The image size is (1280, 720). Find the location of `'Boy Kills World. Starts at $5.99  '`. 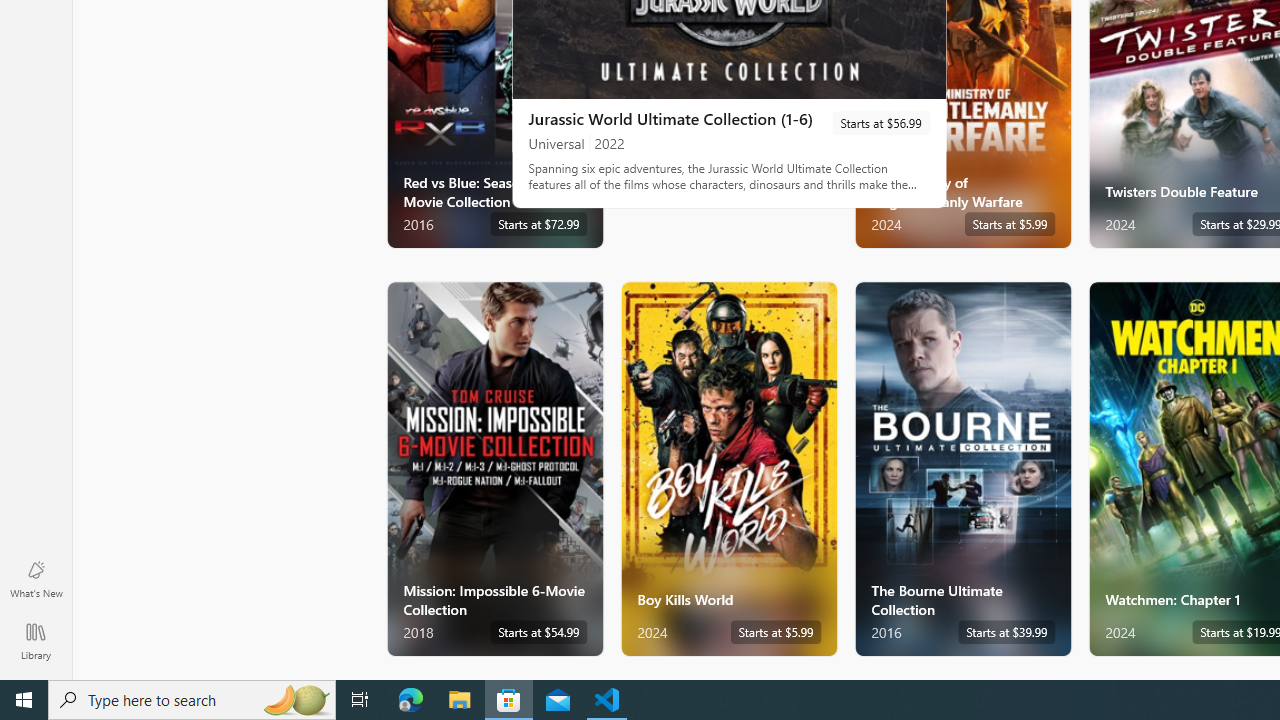

'Boy Kills World. Starts at $5.99  ' is located at coordinates (727, 468).